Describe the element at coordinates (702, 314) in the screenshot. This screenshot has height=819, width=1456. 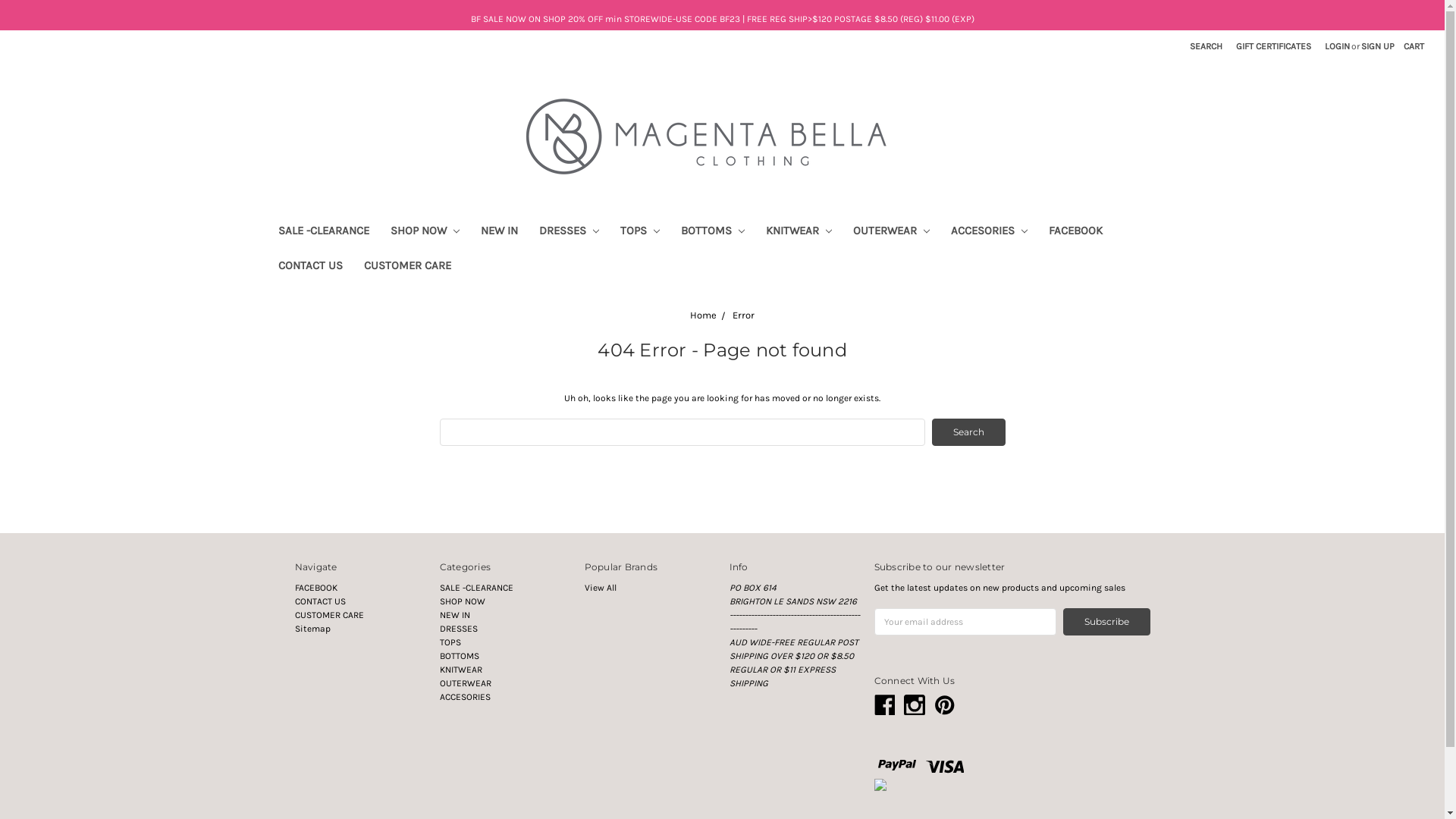
I see `'Home'` at that location.